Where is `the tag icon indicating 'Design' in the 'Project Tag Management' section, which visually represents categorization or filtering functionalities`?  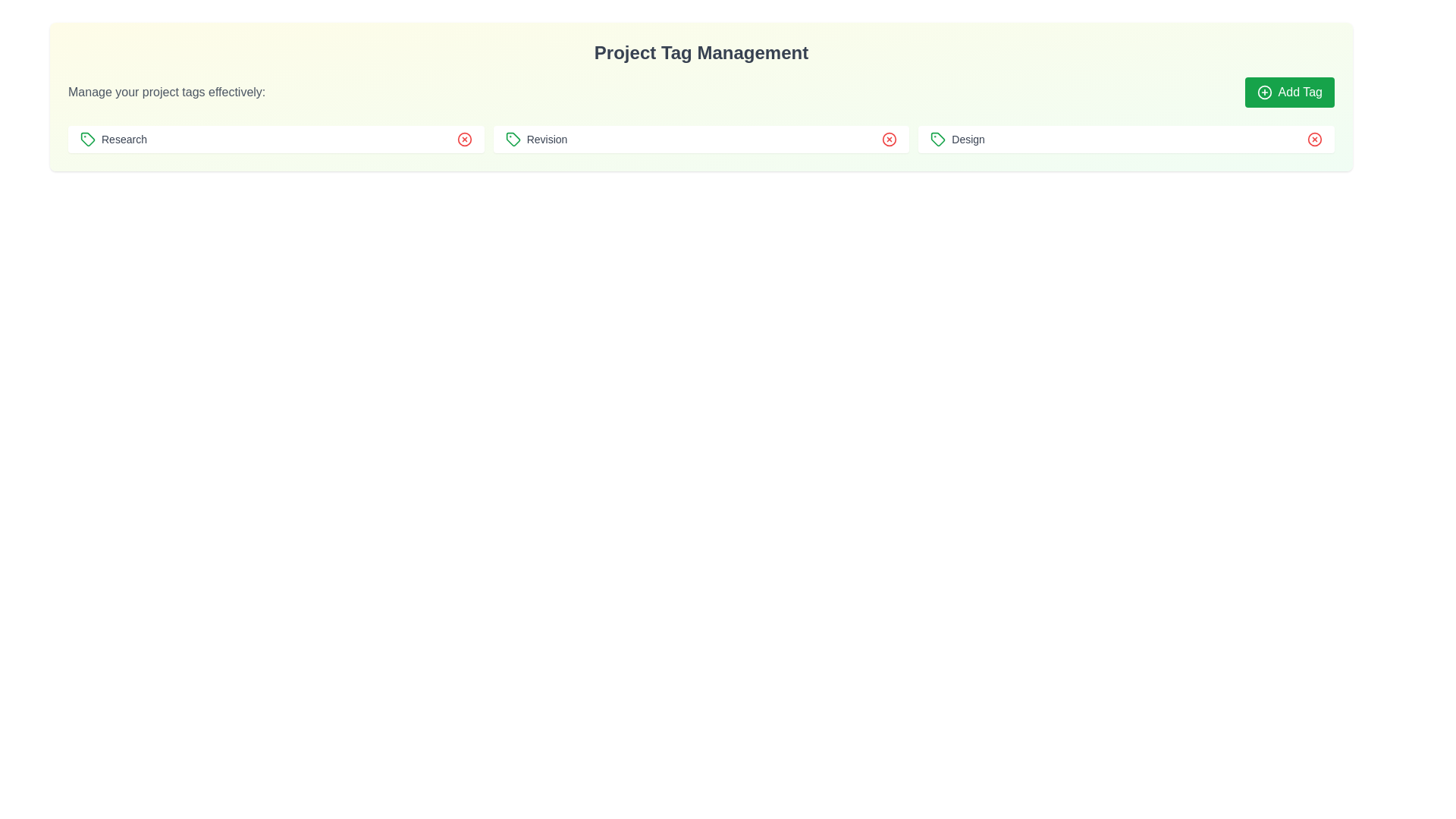
the tag icon indicating 'Design' in the 'Project Tag Management' section, which visually represents categorization or filtering functionalities is located at coordinates (937, 140).